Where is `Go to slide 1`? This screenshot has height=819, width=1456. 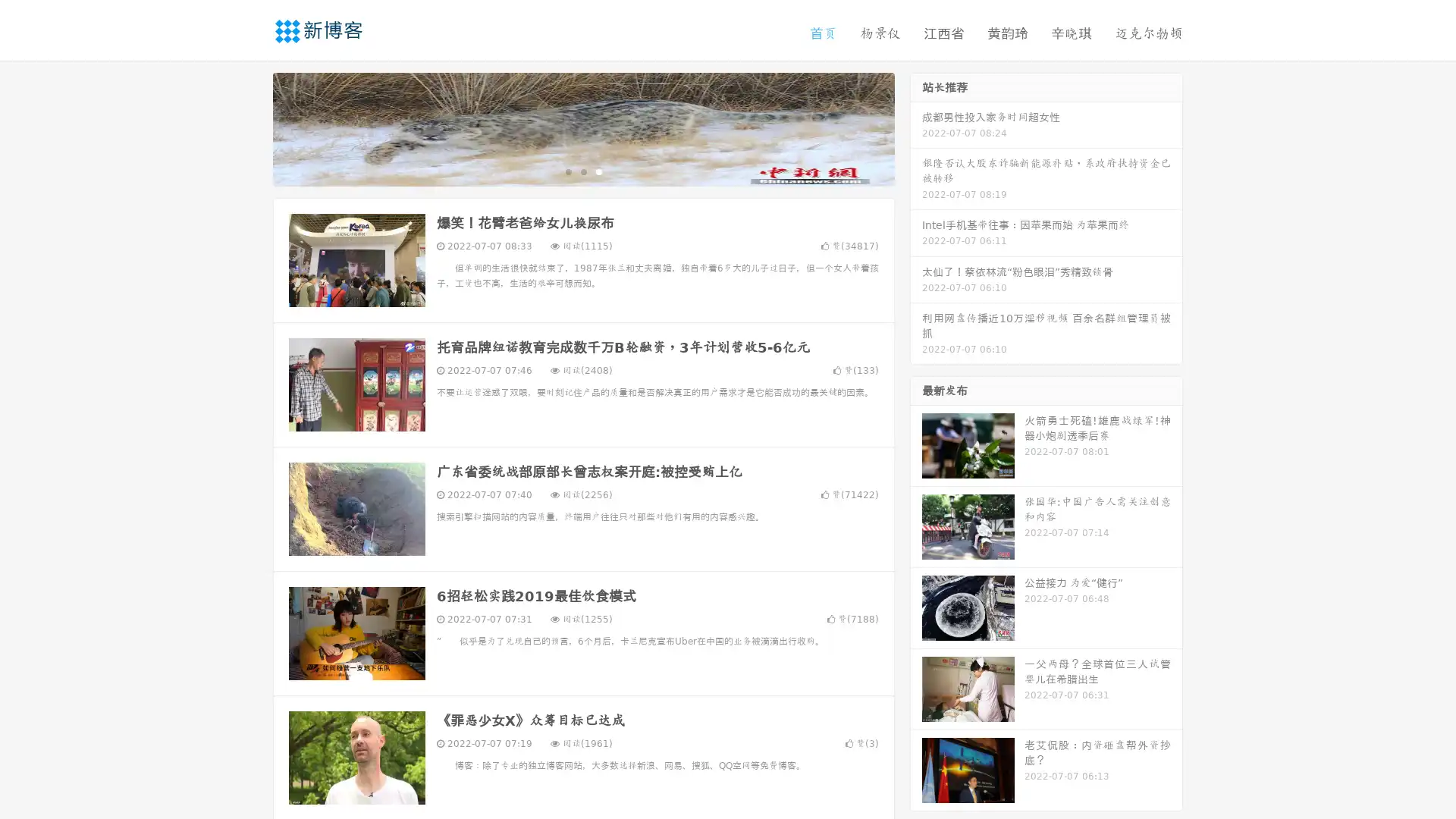
Go to slide 1 is located at coordinates (567, 171).